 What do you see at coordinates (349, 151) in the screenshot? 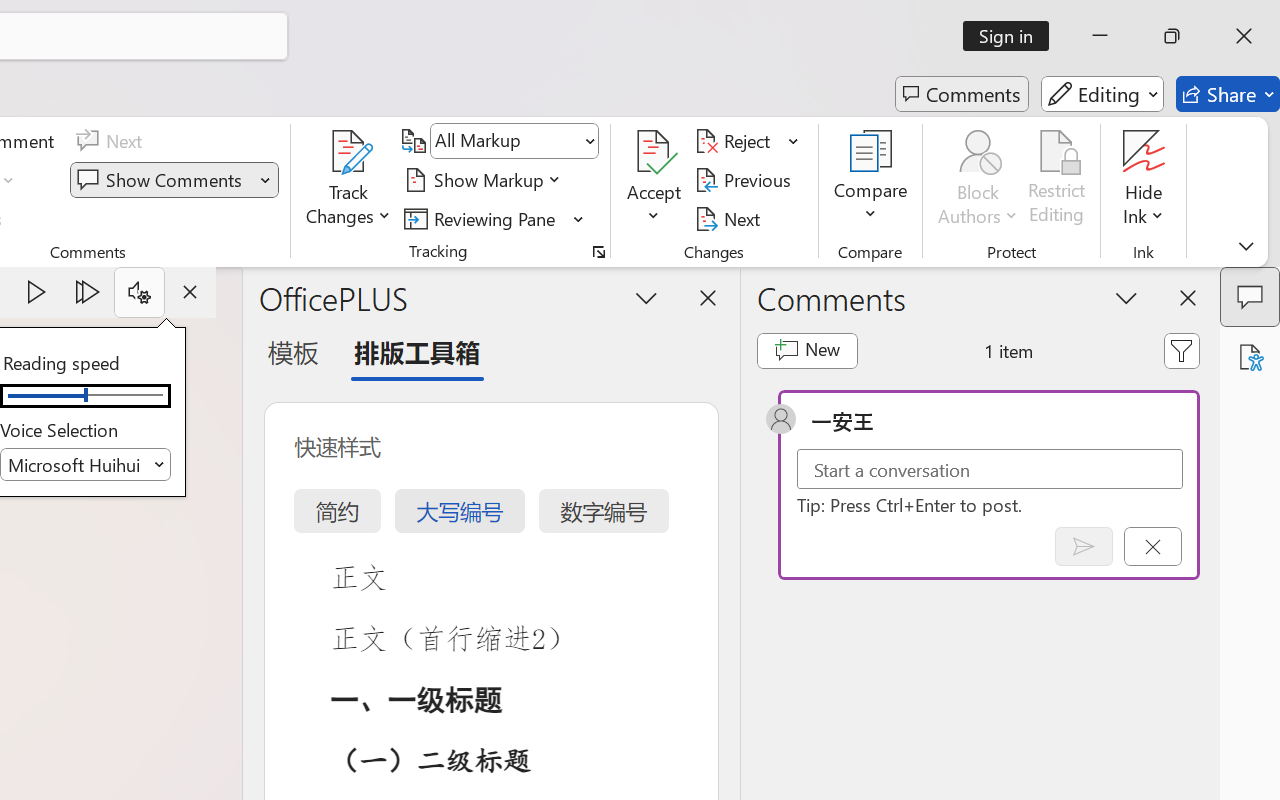
I see `'Track Changes'` at bounding box center [349, 151].